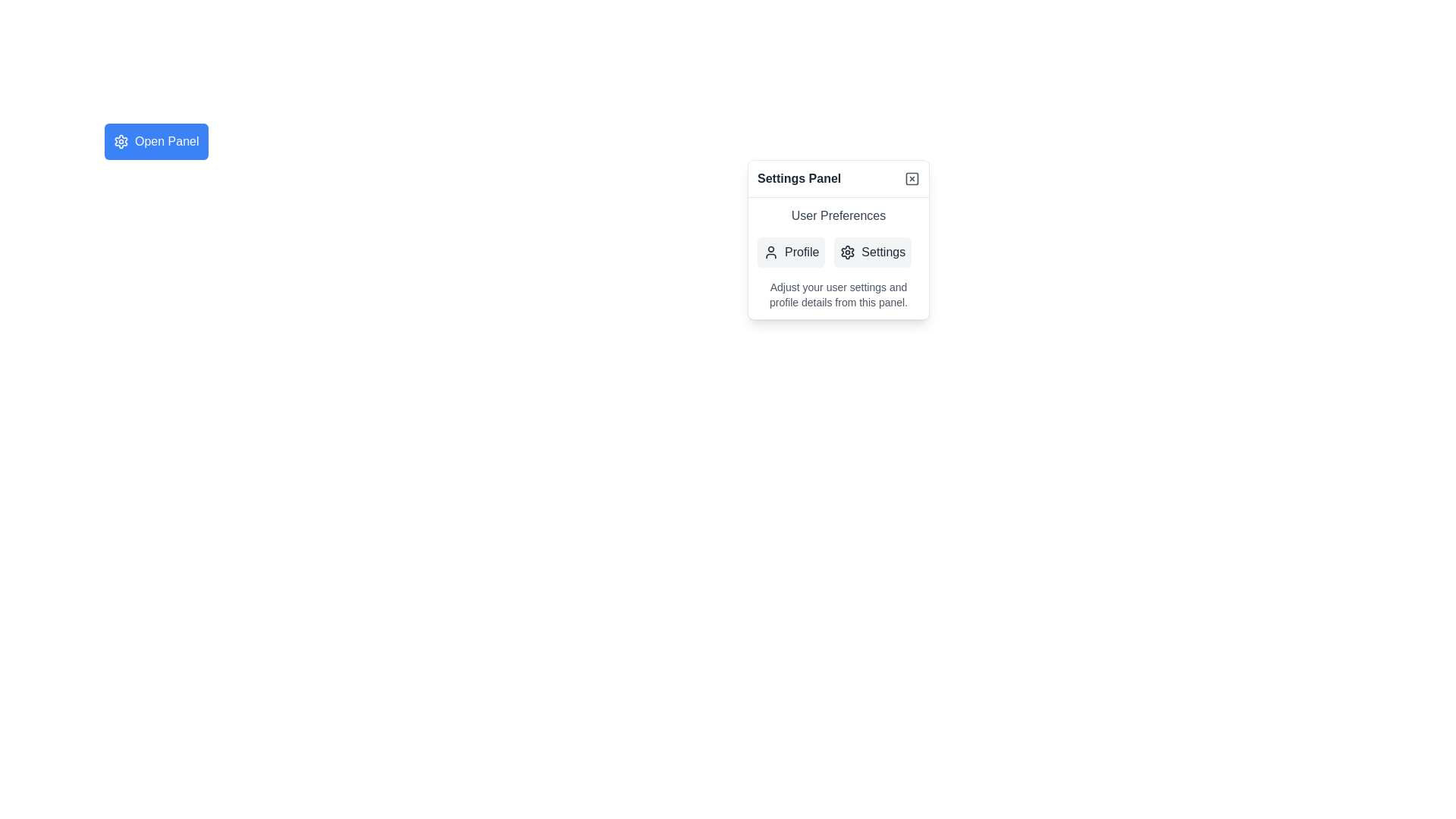 The image size is (1456, 819). I want to click on the 'Profile' button, which is a rounded rectangular button labeled 'Profile' with a user silhouette icon, located under the 'User Preferences' section of the 'Settings Panel', so click(790, 251).